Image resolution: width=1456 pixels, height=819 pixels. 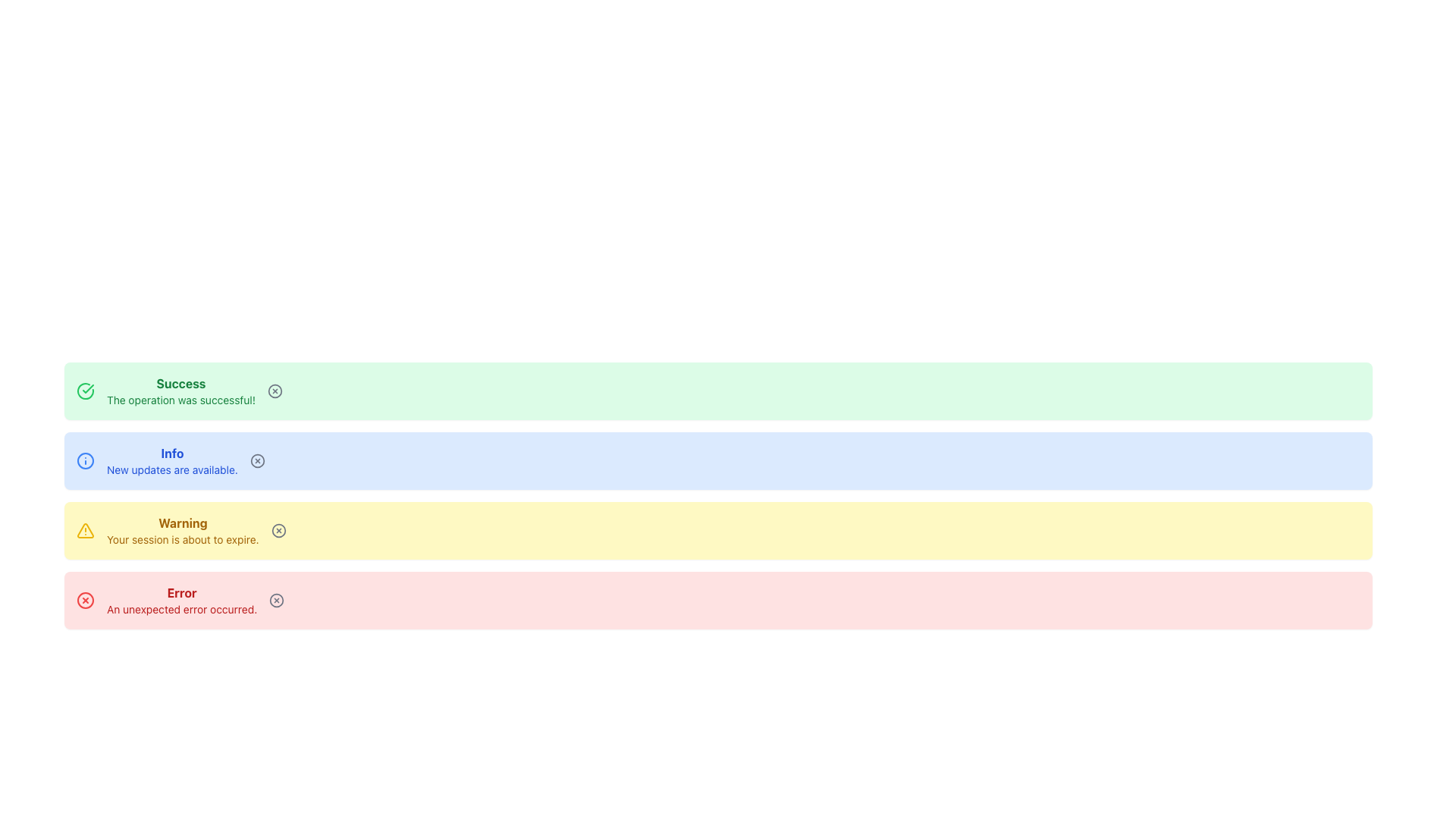 I want to click on the second notification card in the stacked series of alert messages by moving the cursor to its center for accessibility, so click(x=717, y=460).